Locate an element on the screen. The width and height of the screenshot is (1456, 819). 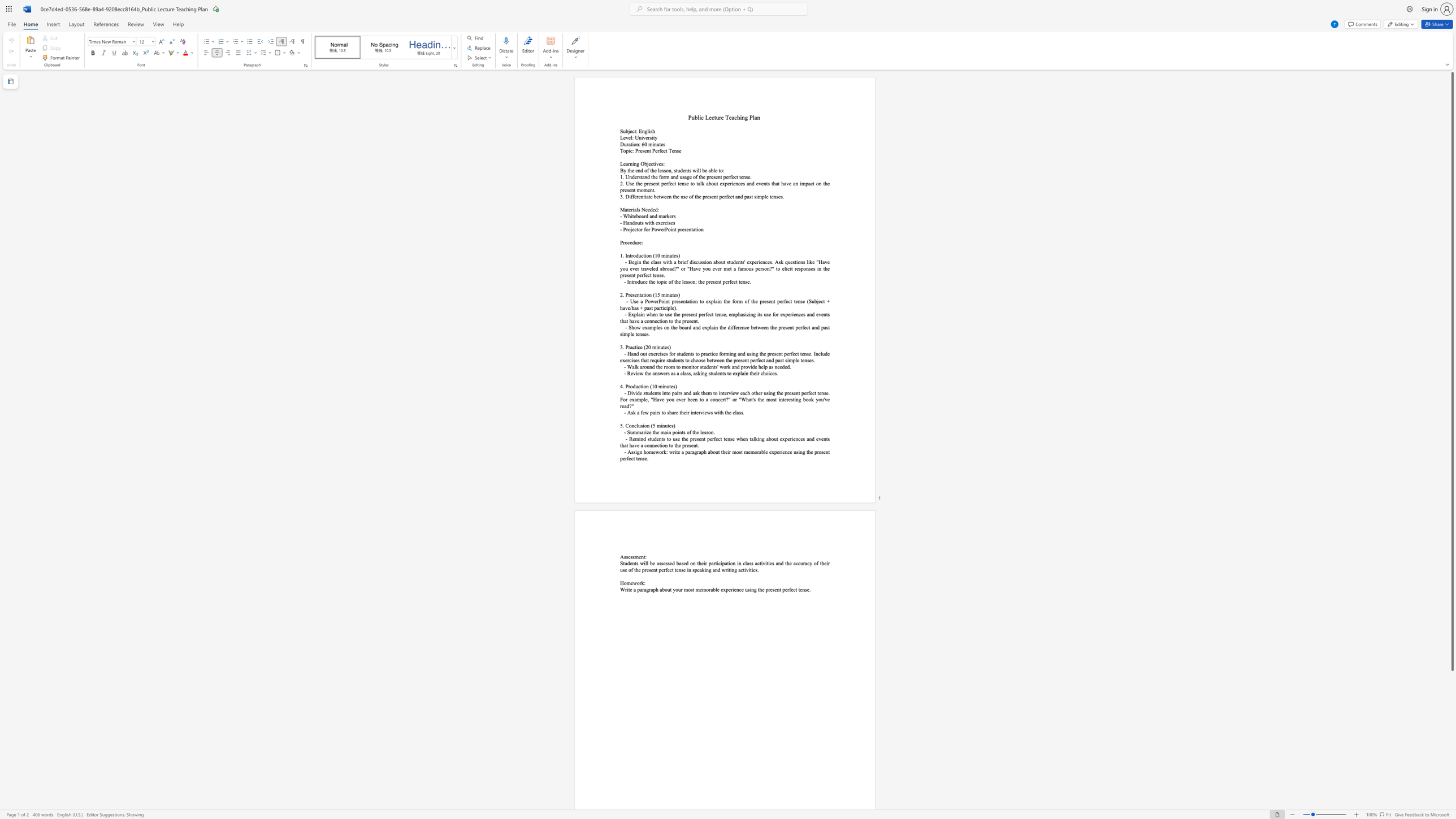
the subset text "rt?" within the text "- Divide students into pairs and ask them to interview each other using the present perfect tense. For example," is located at coordinates (722, 399).